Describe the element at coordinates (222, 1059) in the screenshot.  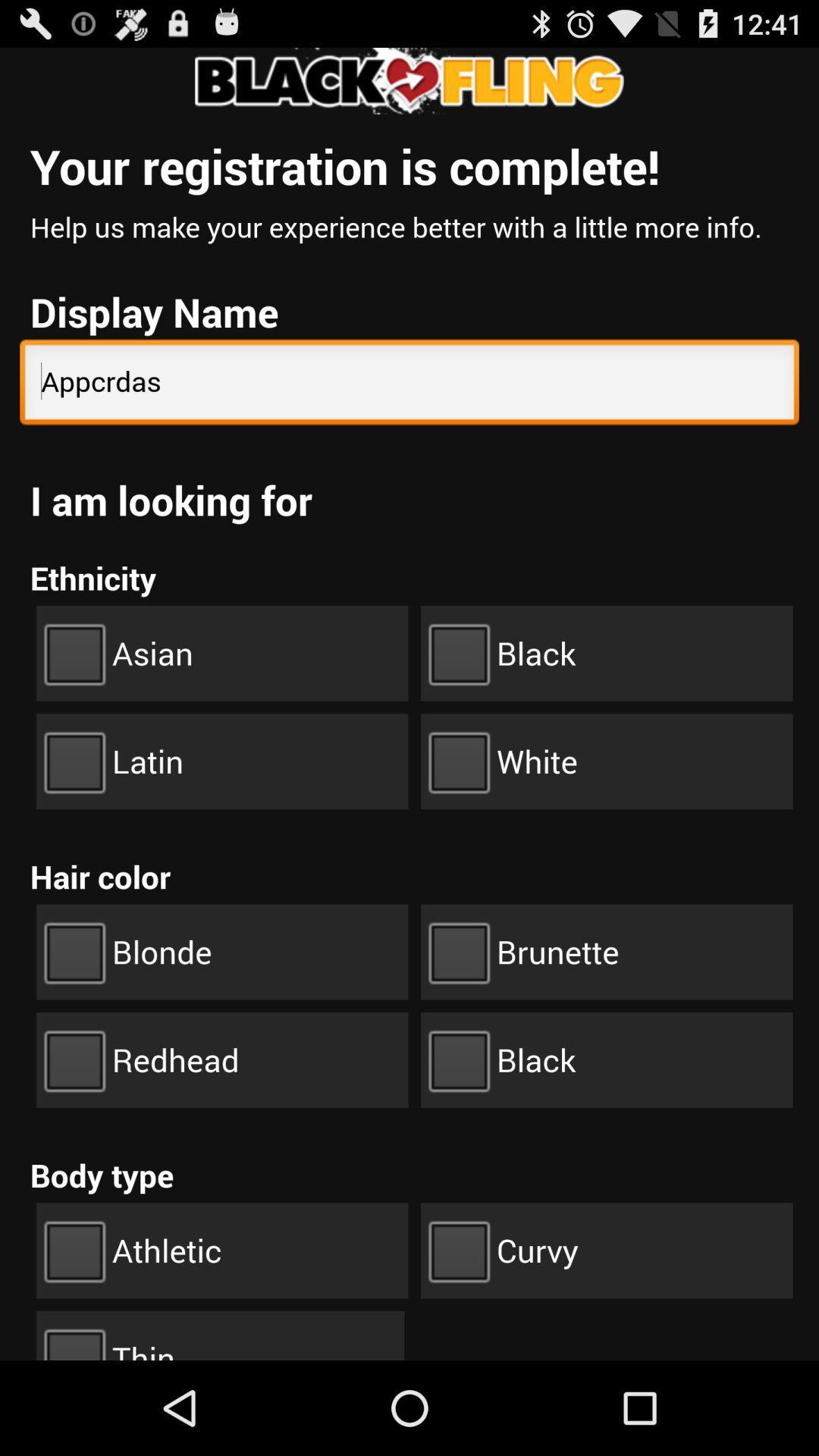
I see `third option under hair color` at that location.